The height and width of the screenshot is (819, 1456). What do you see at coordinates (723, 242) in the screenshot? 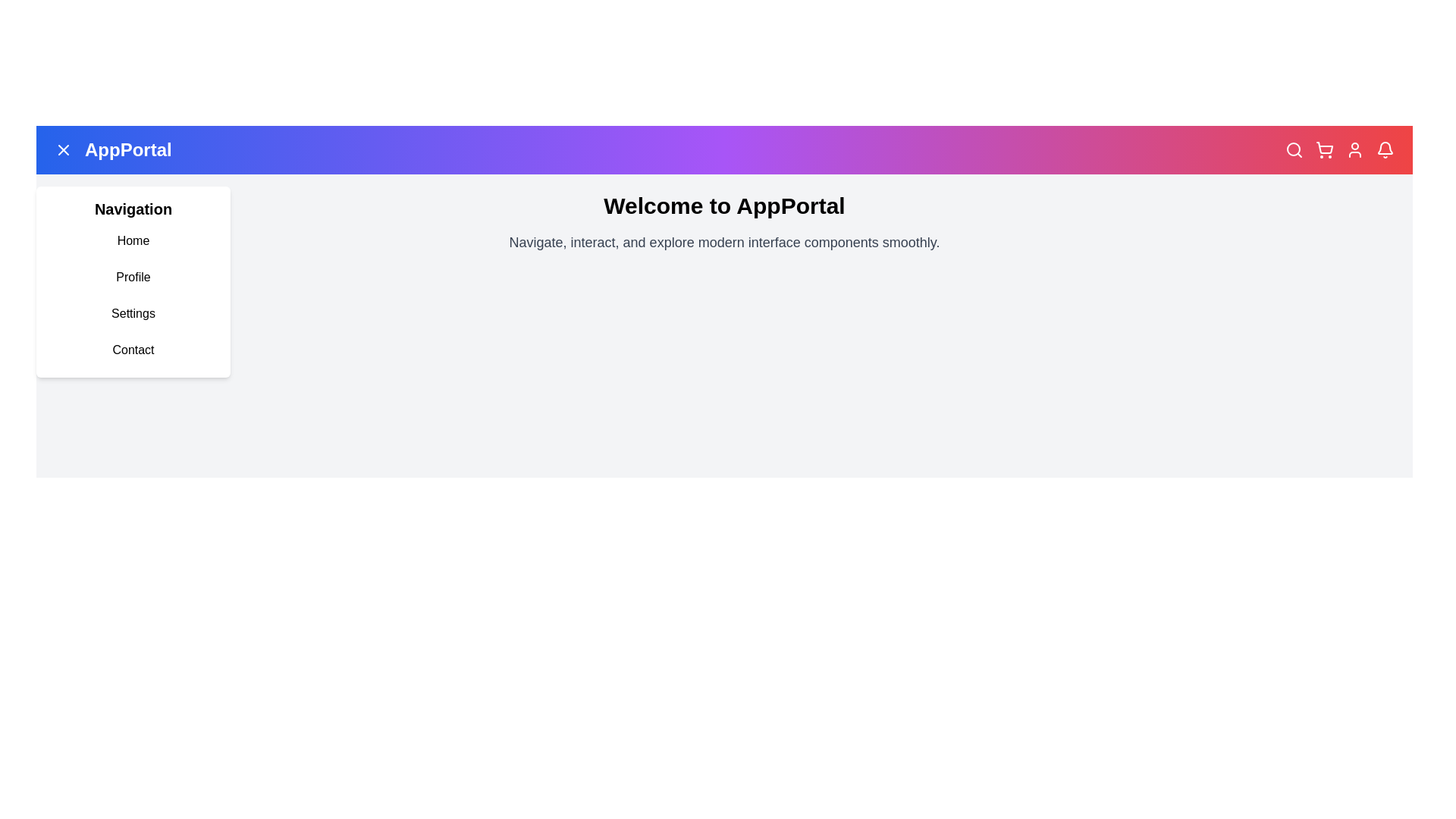
I see `text displayed prominently in light gray font below the bold header 'Welcome to AppPortal', which reads: 'Navigate, interact, and explore modern interface components smoothly.'` at bounding box center [723, 242].